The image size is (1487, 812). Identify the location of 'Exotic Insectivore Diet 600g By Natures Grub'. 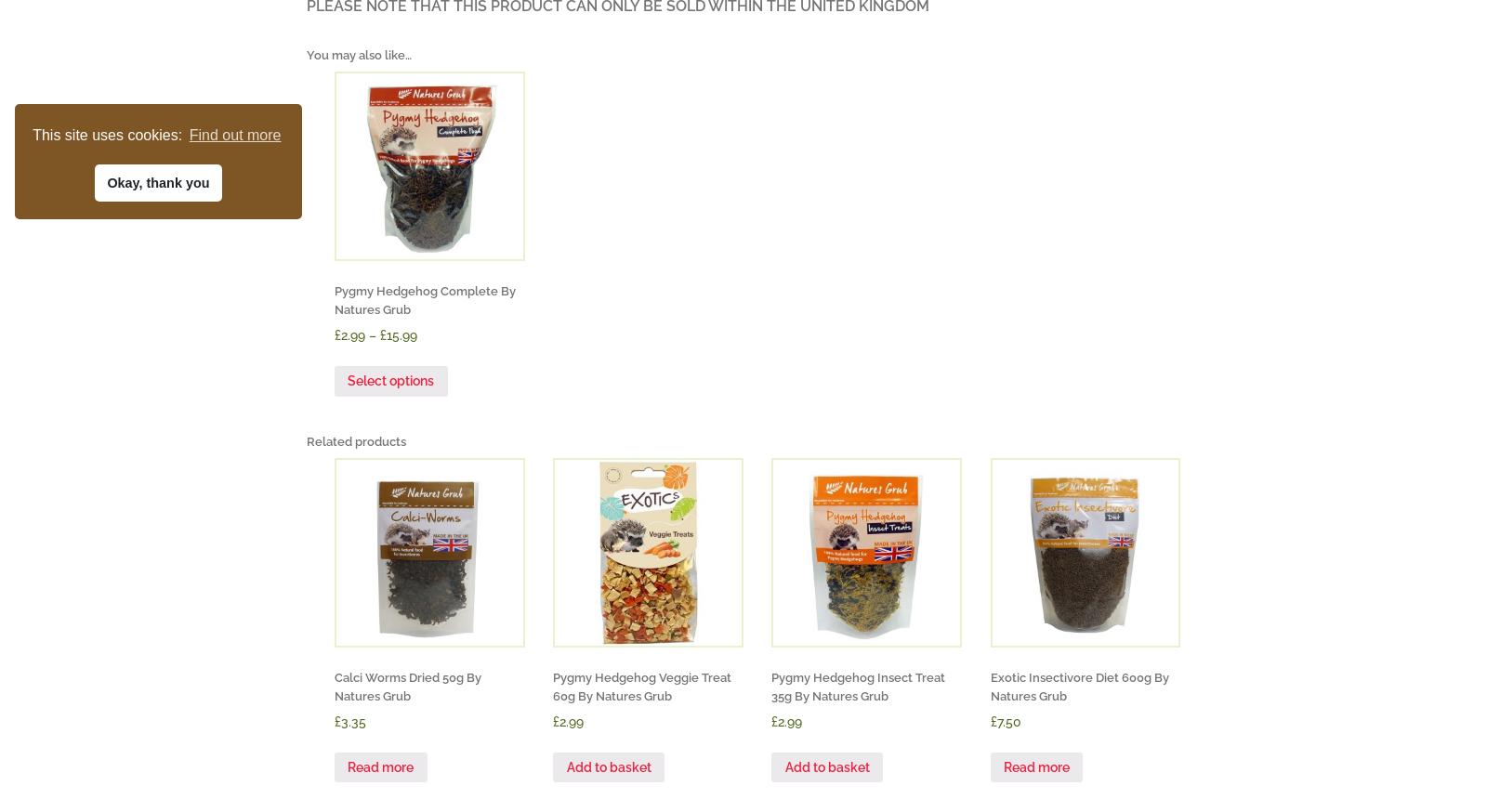
(1078, 685).